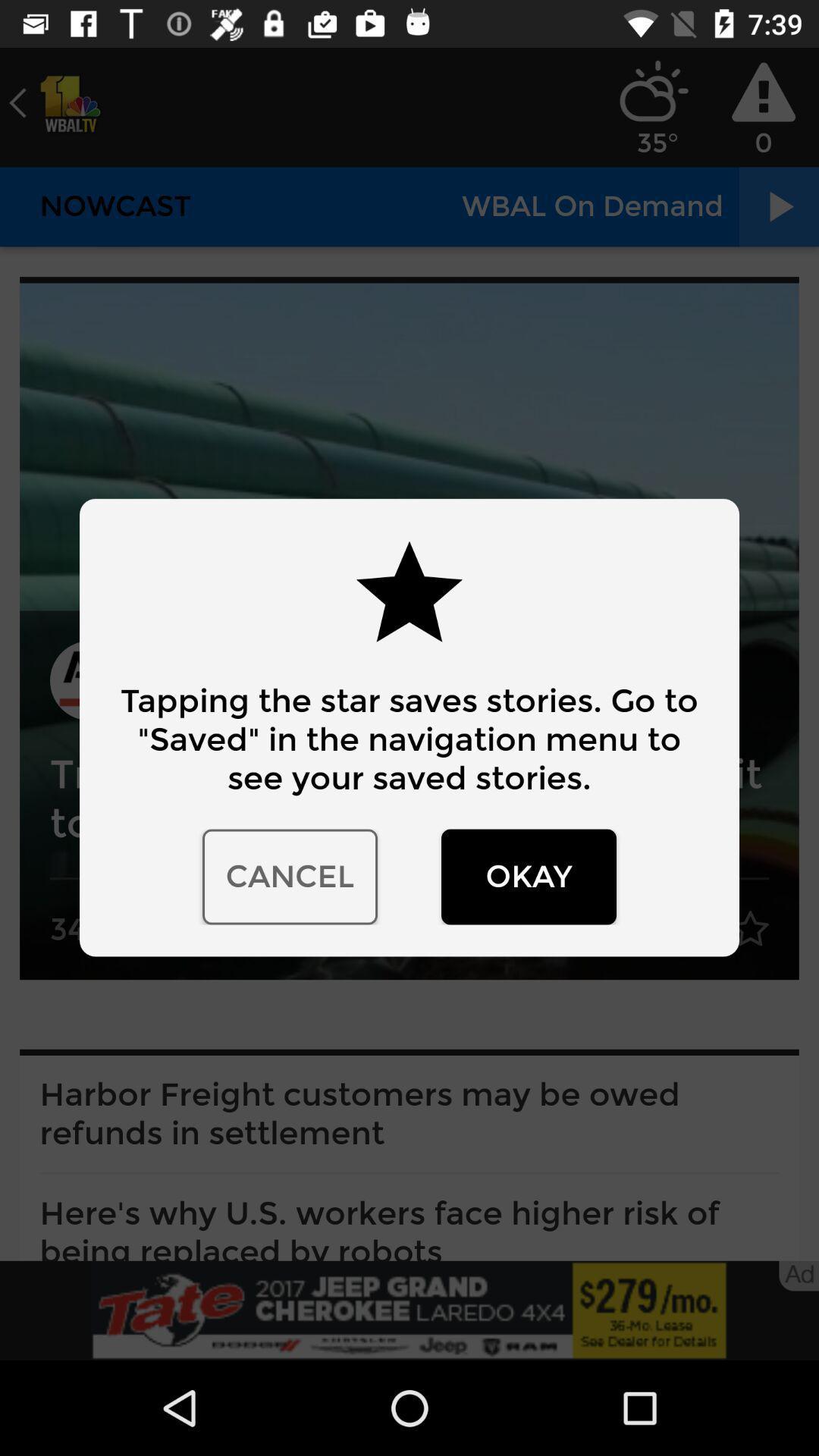  What do you see at coordinates (55, 102) in the screenshot?
I see `the label icon` at bounding box center [55, 102].